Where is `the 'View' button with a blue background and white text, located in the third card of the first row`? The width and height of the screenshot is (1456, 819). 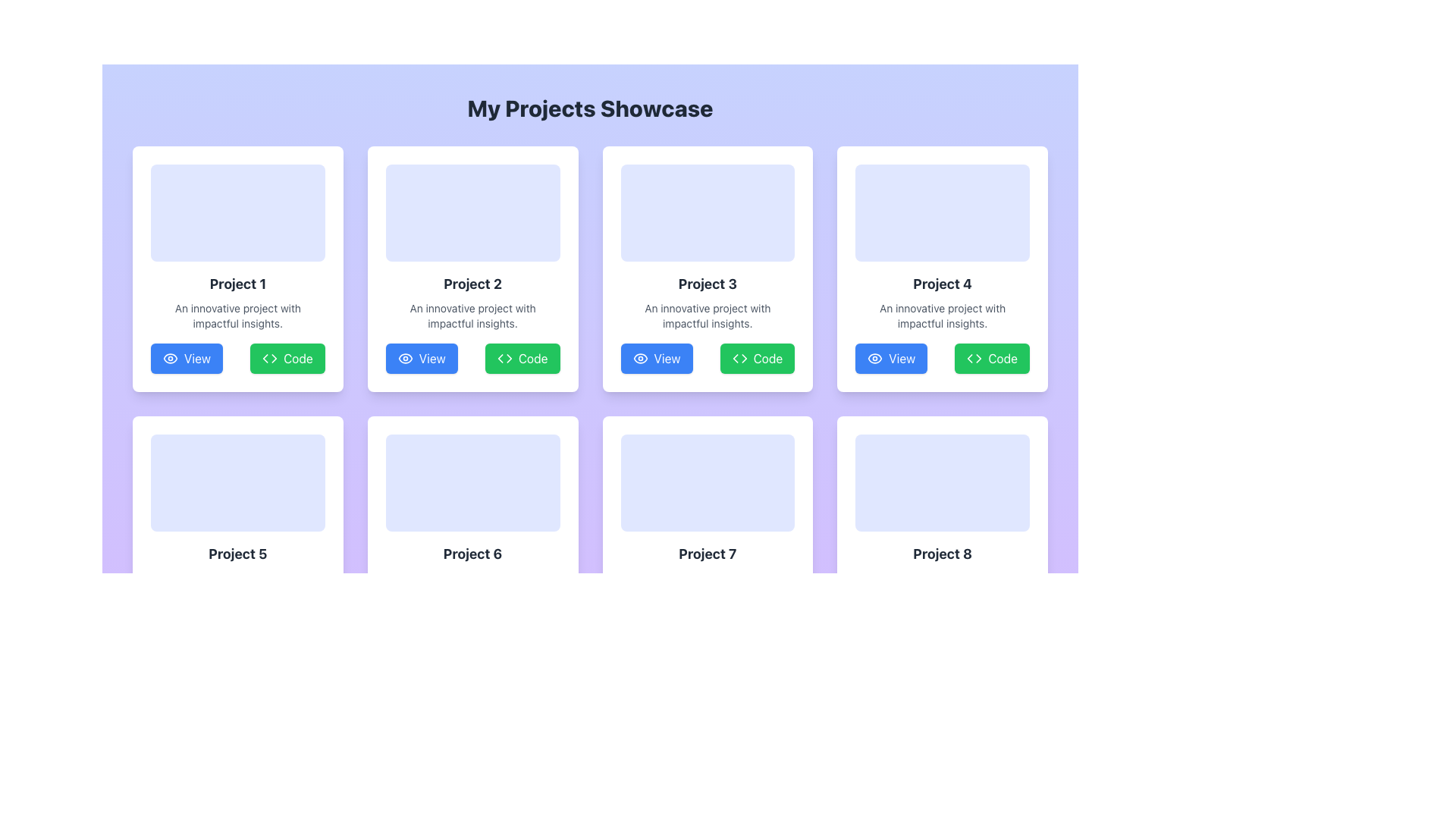 the 'View' button with a blue background and white text, located in the third card of the first row is located at coordinates (656, 359).